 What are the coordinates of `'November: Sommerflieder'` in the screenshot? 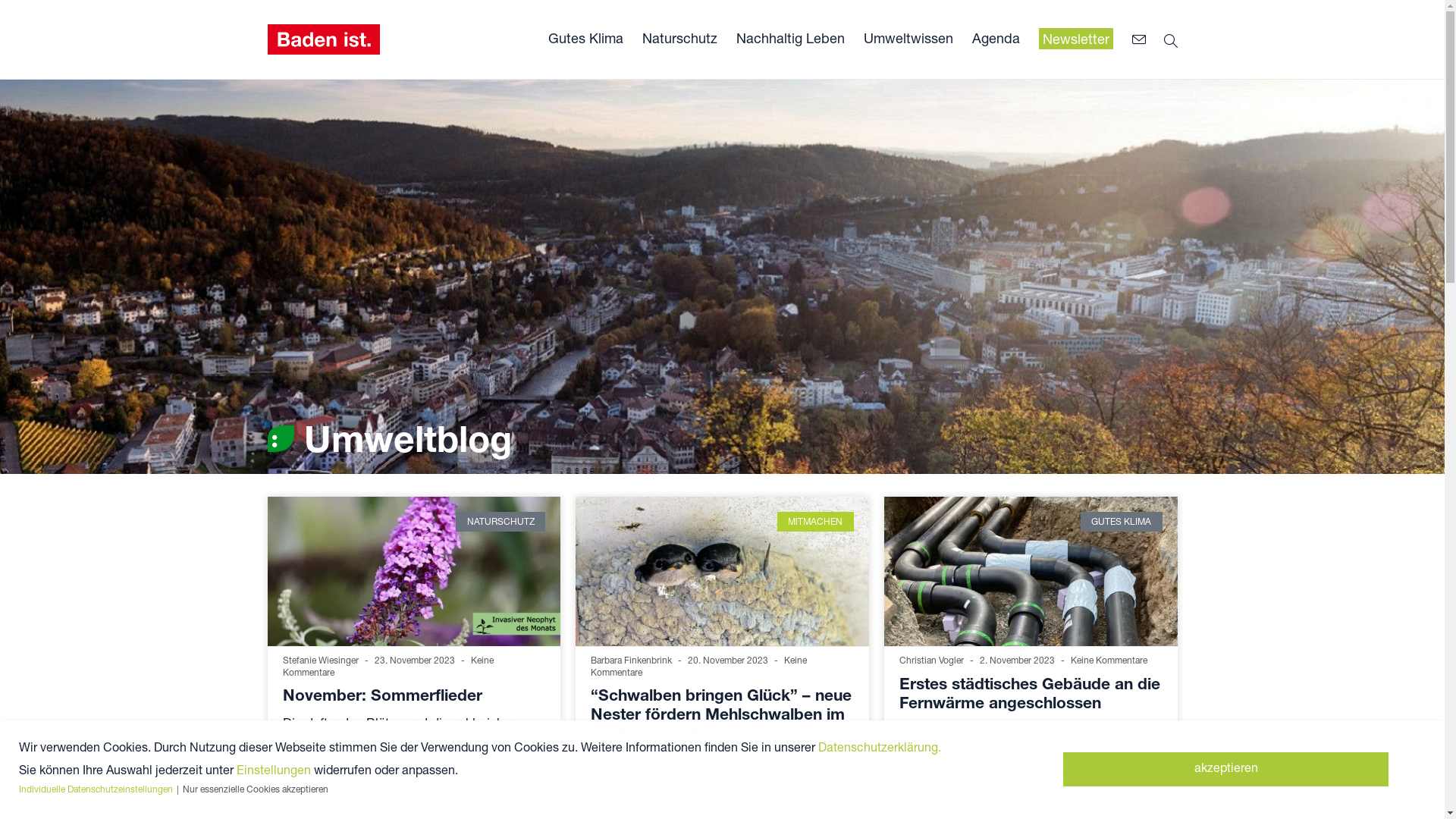 It's located at (381, 695).